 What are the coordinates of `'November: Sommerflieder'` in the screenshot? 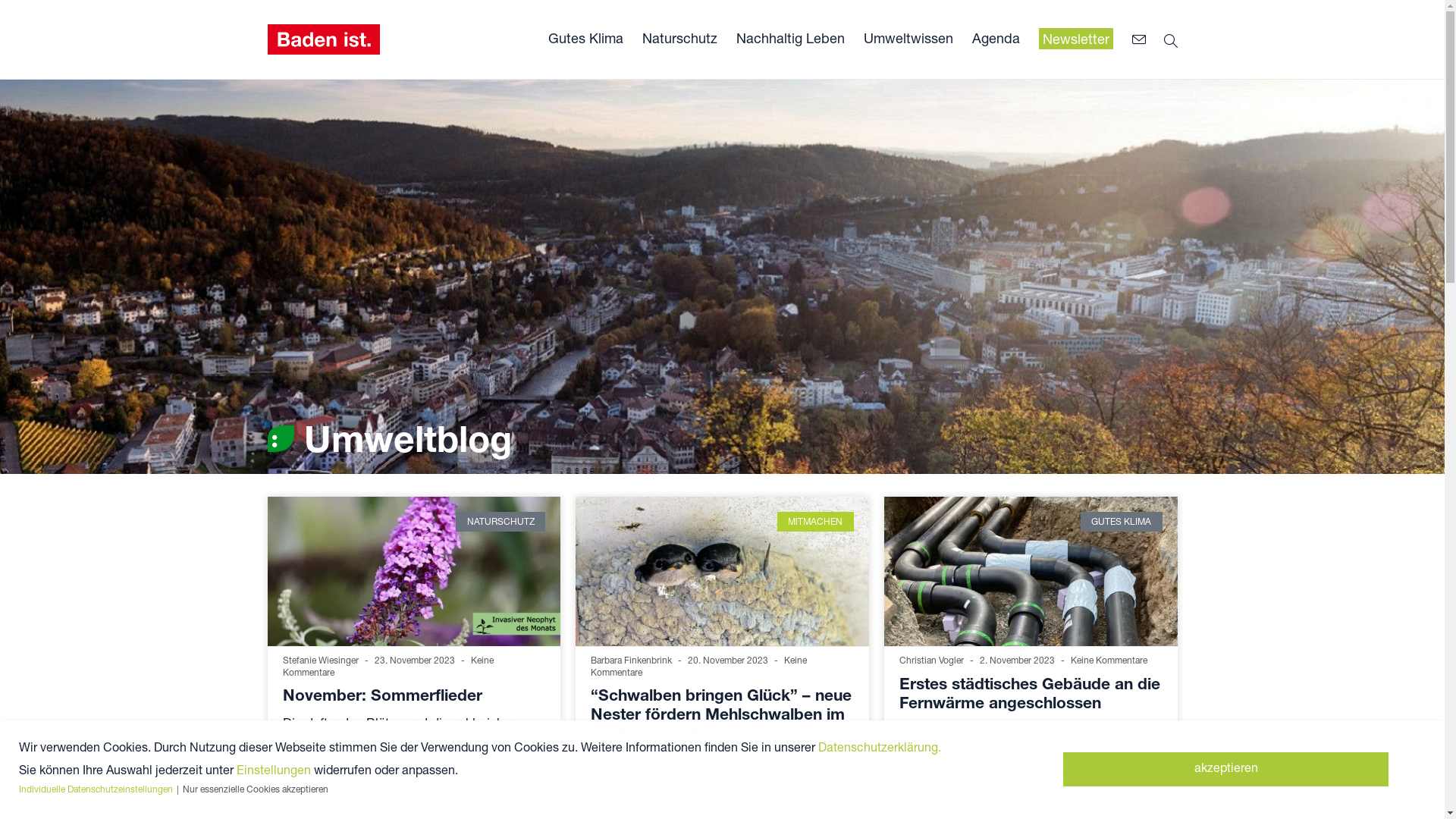 It's located at (381, 695).